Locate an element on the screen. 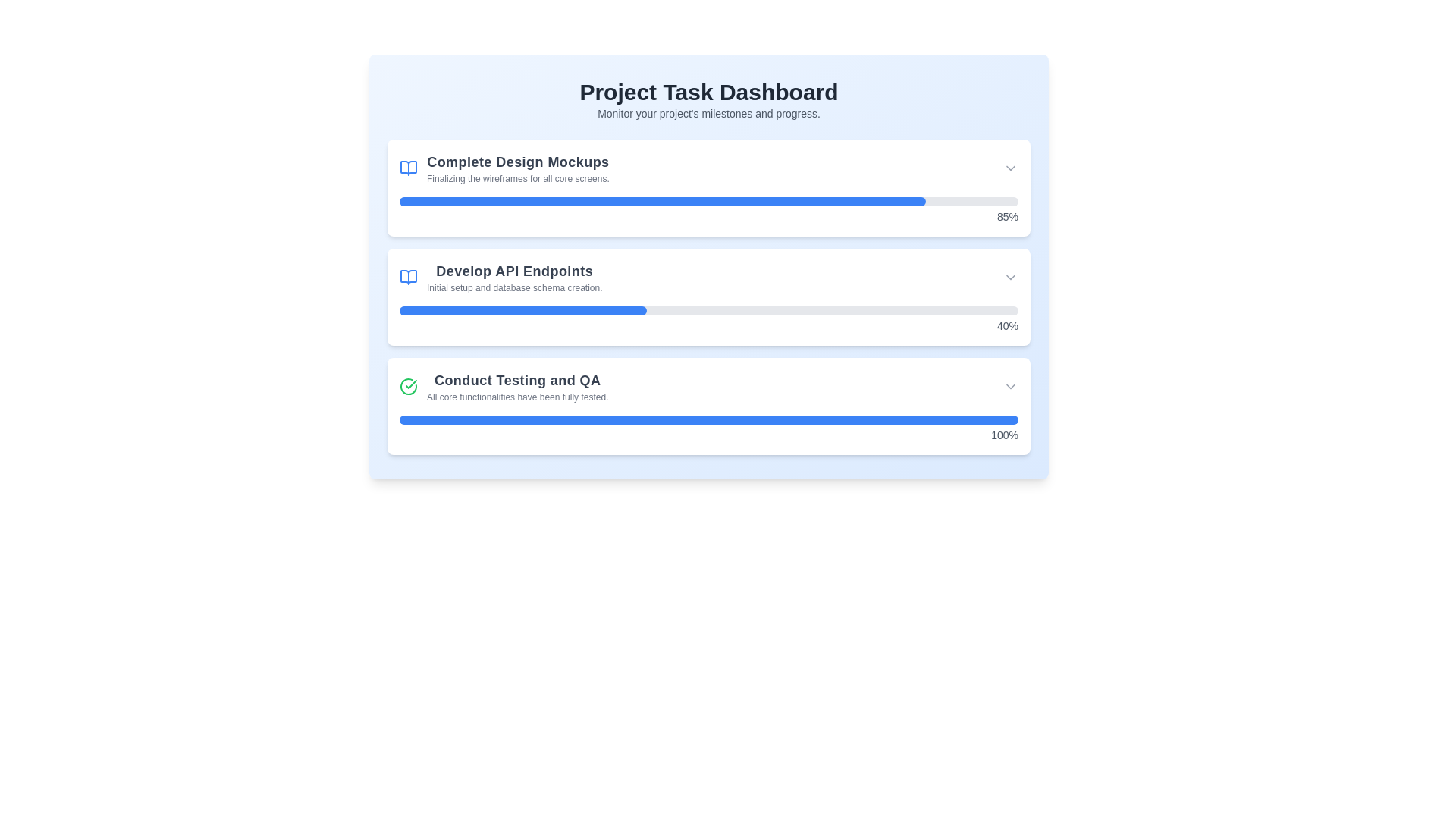 The image size is (1456, 819). the active segment of the progress bar indicating 40% completion for the task 'Develop API Endpoints' is located at coordinates (523, 309).